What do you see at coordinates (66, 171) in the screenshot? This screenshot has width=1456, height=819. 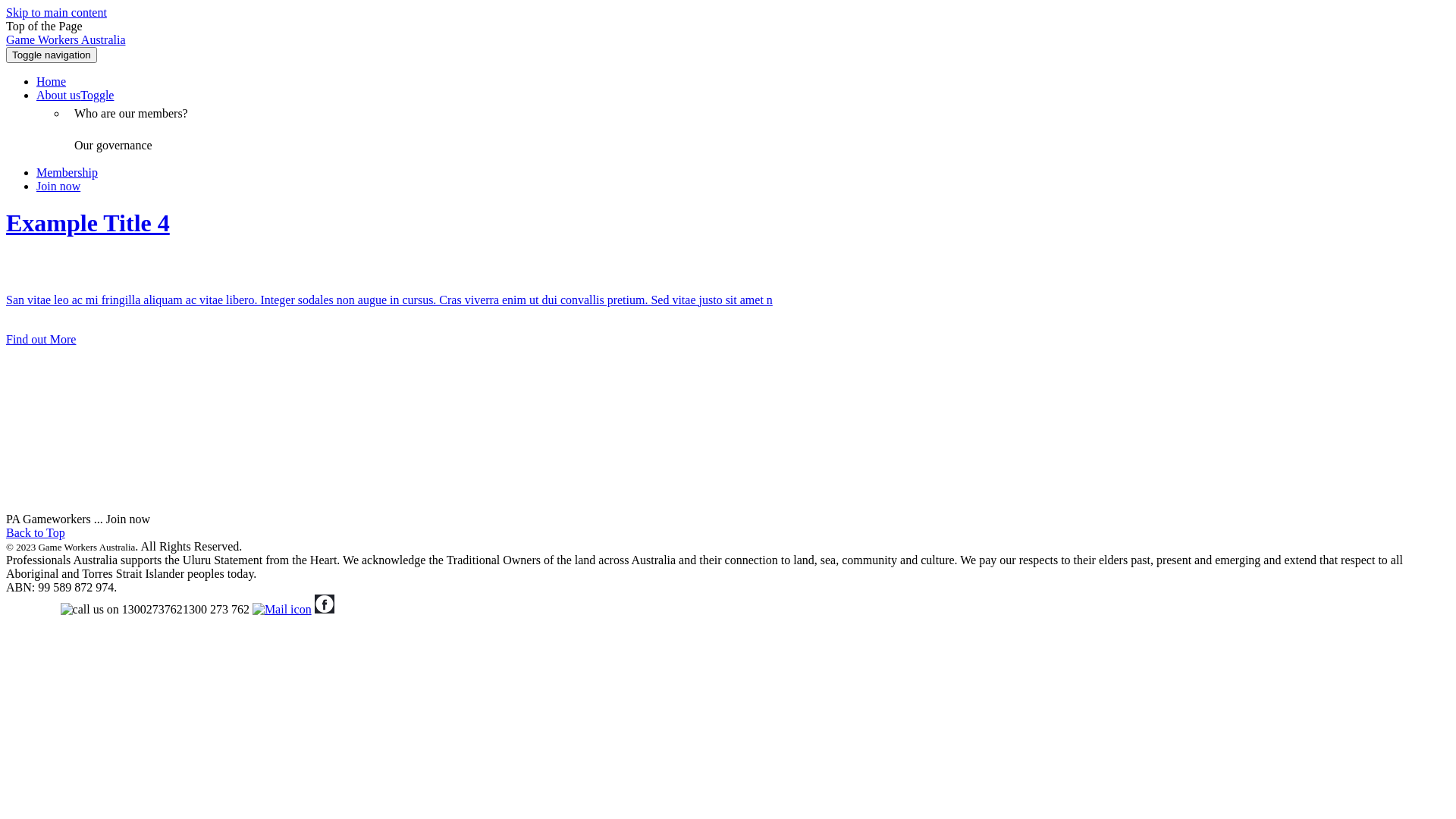 I see `'Membership'` at bounding box center [66, 171].